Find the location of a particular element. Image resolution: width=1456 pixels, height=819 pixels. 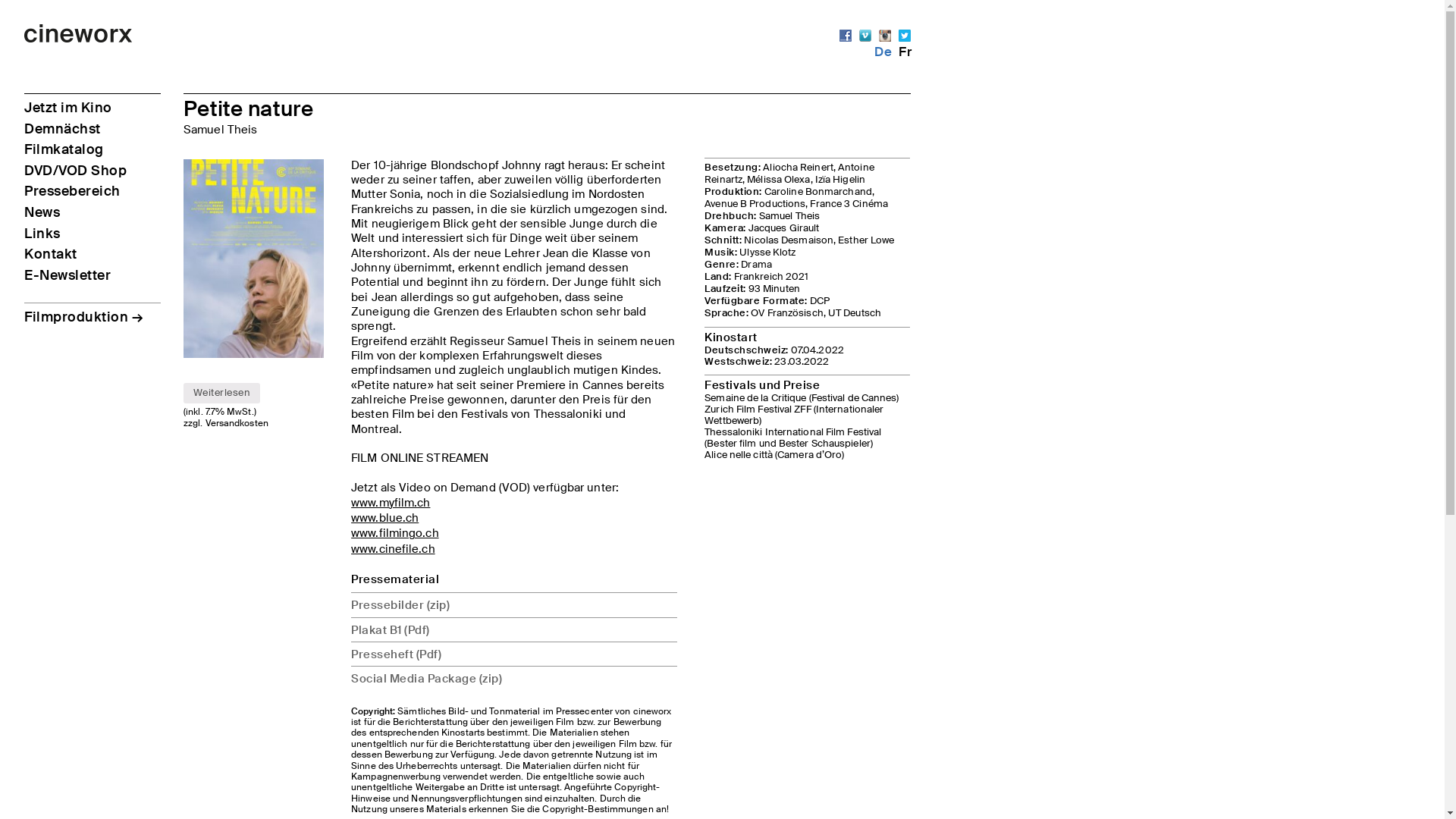

'Kontakt' is located at coordinates (24, 253).